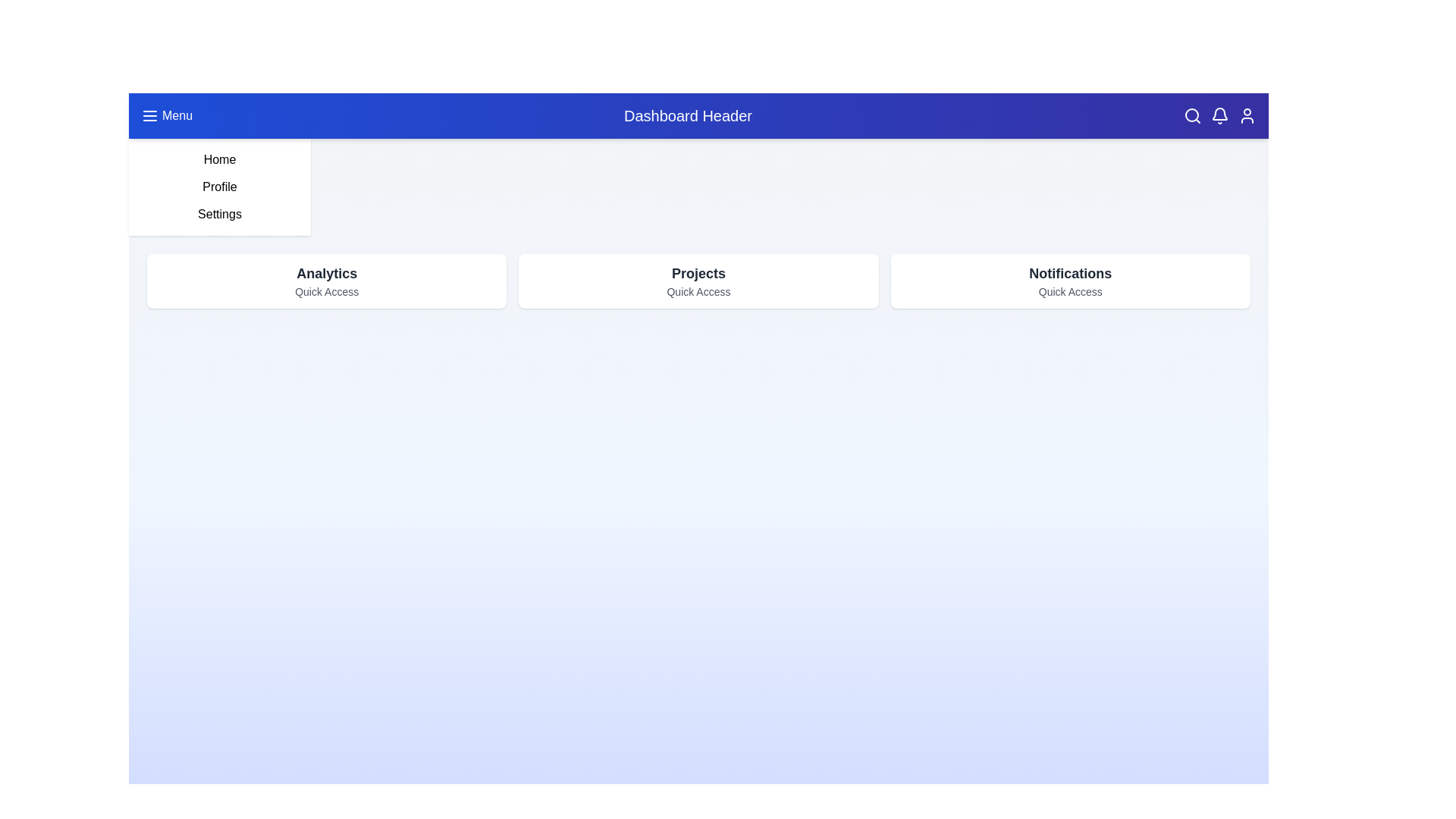 The width and height of the screenshot is (1456, 819). I want to click on the search button to activate the search functionality, so click(1192, 115).